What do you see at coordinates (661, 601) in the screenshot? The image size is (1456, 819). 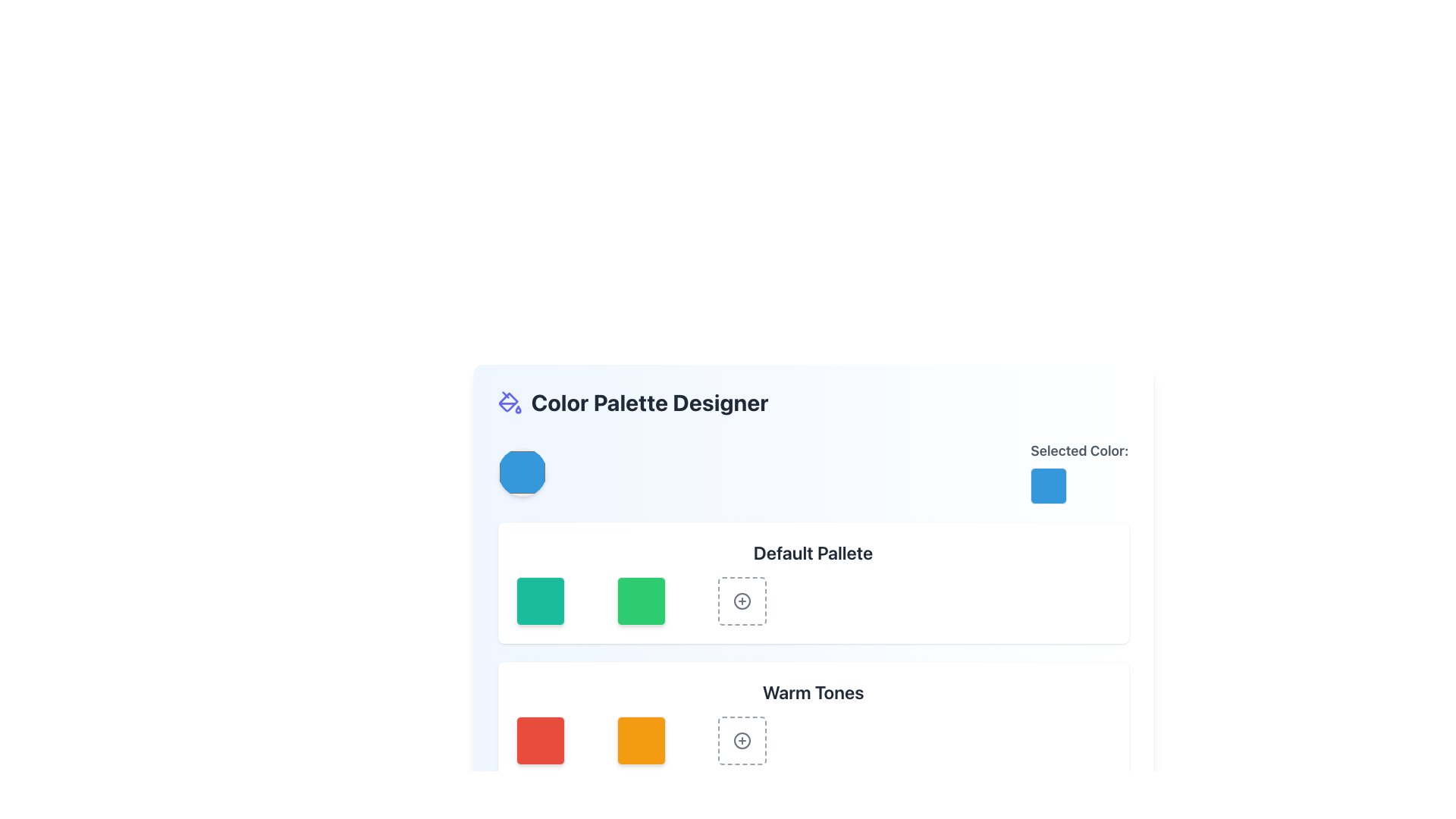 I see `the green square with rounded corners in the Default Palette section` at bounding box center [661, 601].